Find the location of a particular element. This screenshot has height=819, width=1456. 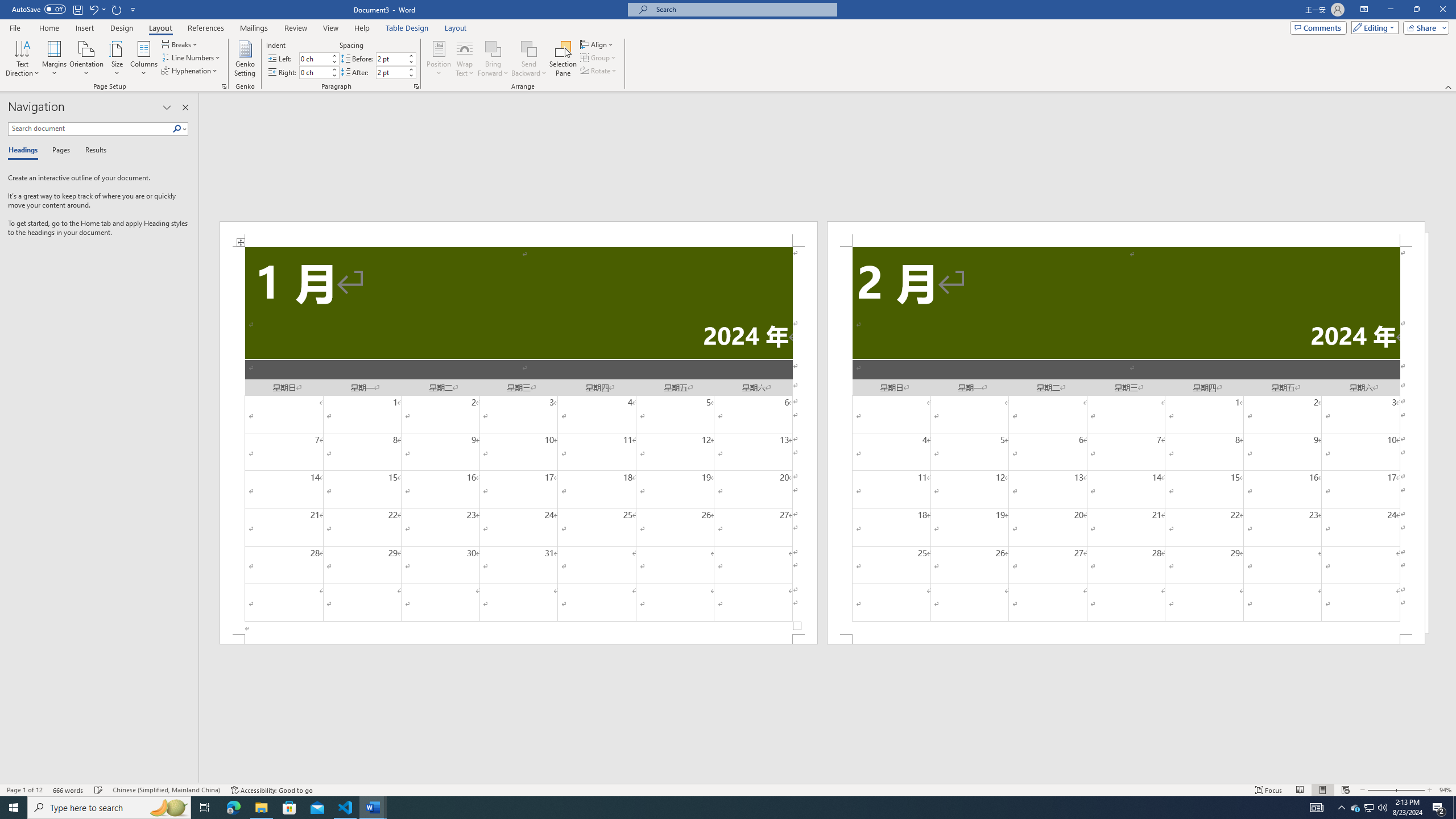

'Line Numbers' is located at coordinates (191, 56).